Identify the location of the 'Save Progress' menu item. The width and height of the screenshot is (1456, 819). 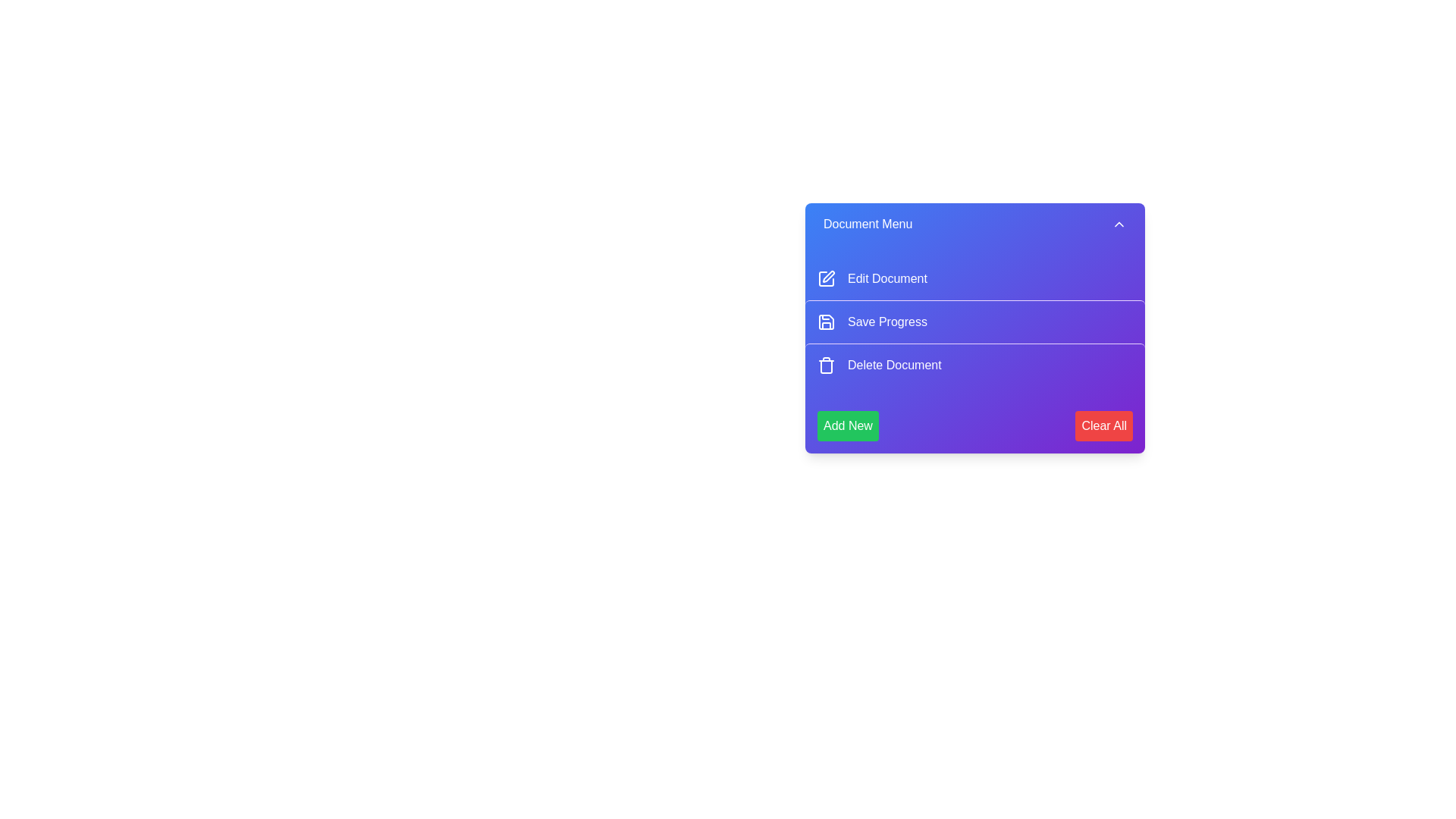
(975, 321).